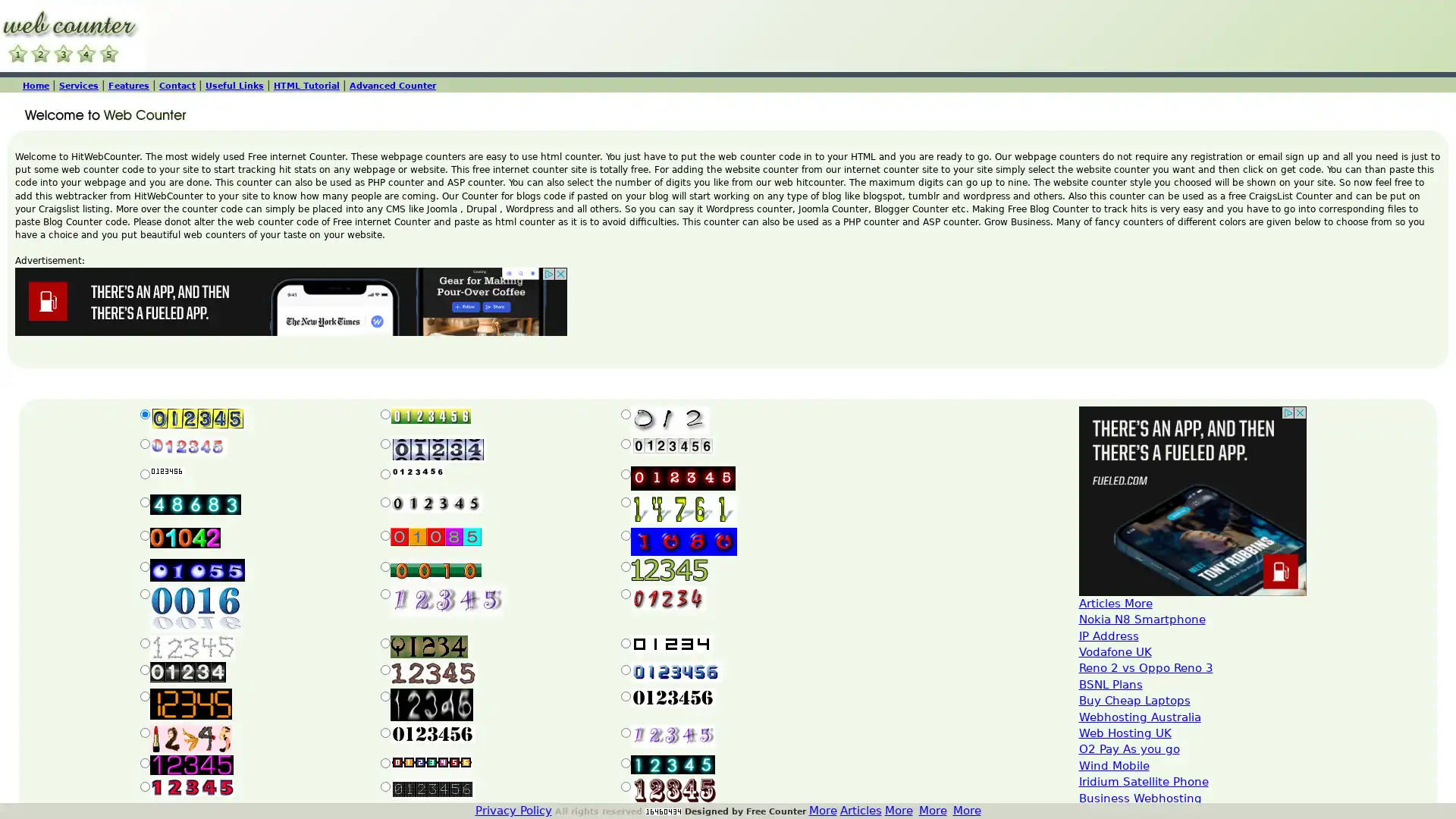 The image size is (1456, 819). Describe the element at coordinates (431, 788) in the screenshot. I see `Submit` at that location.